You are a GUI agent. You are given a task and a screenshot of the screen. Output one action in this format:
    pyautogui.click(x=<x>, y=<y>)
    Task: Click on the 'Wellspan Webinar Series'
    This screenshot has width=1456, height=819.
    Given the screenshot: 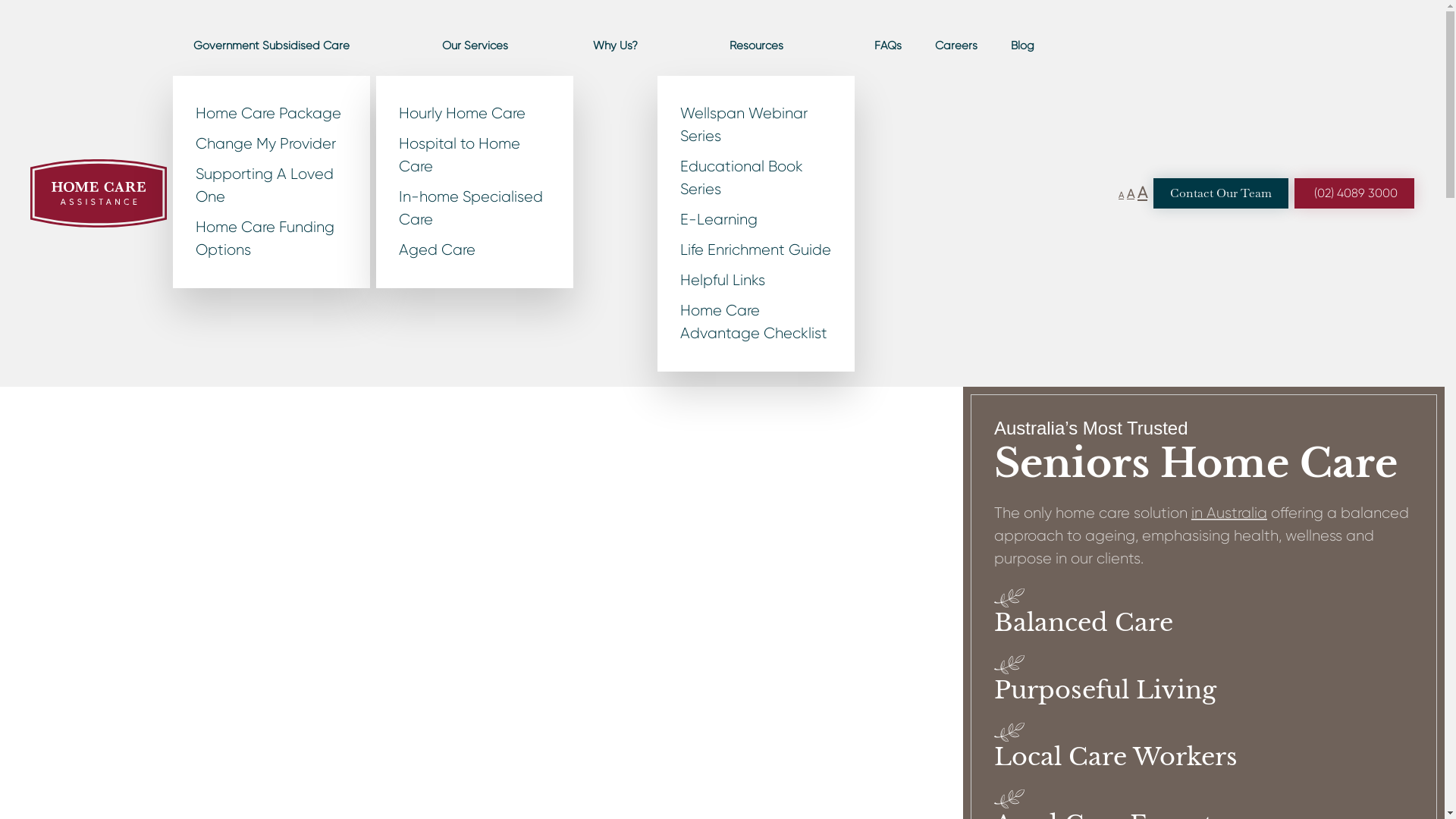 What is the action you would take?
    pyautogui.click(x=756, y=124)
    